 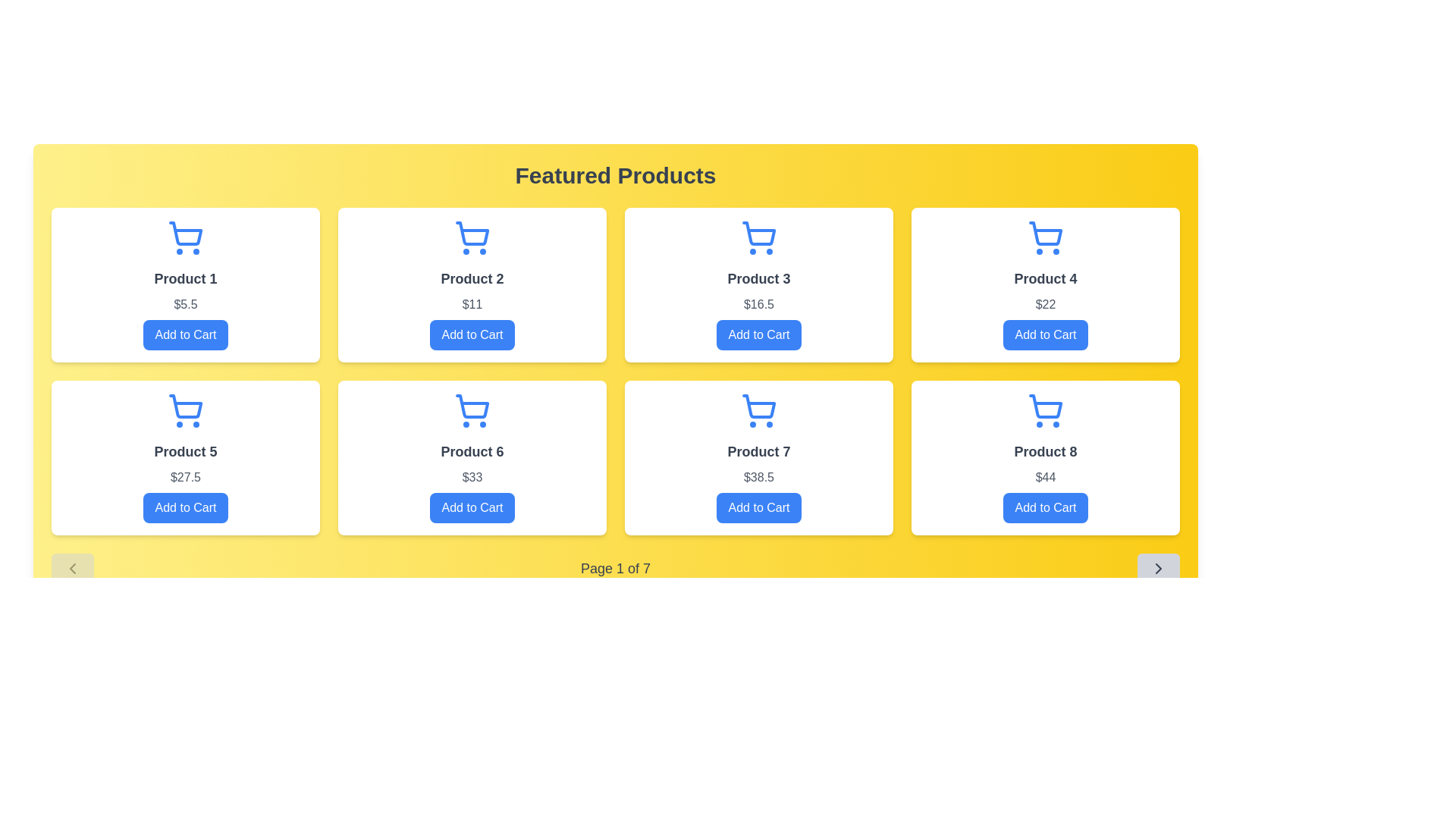 What do you see at coordinates (72, 568) in the screenshot?
I see `the navigation button located at the bottom-left corner of the element group containing the text 'Page 1 of 7'` at bounding box center [72, 568].